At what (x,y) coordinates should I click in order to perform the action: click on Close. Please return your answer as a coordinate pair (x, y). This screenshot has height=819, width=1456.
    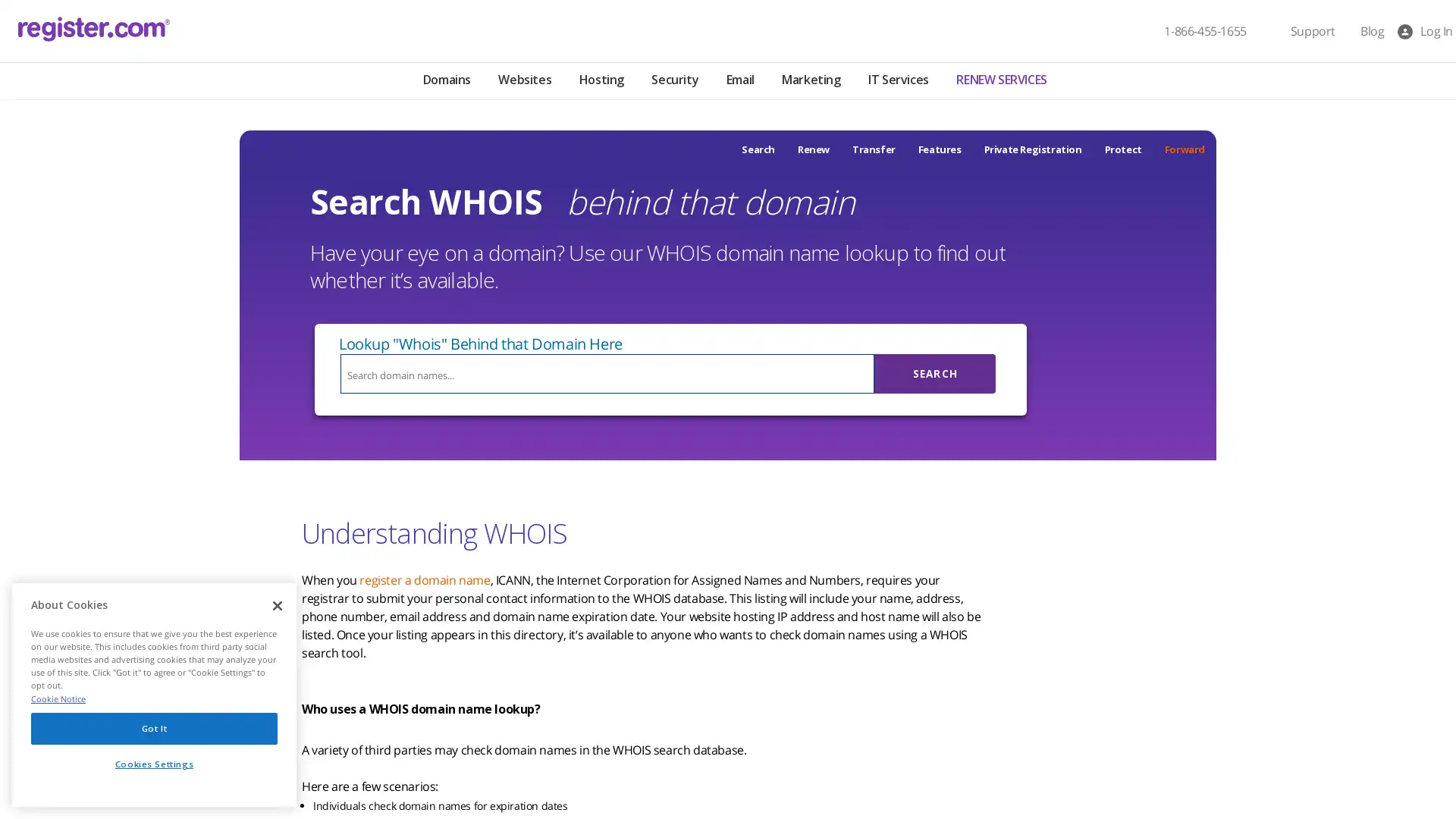
    Looking at the image, I should click on (277, 610).